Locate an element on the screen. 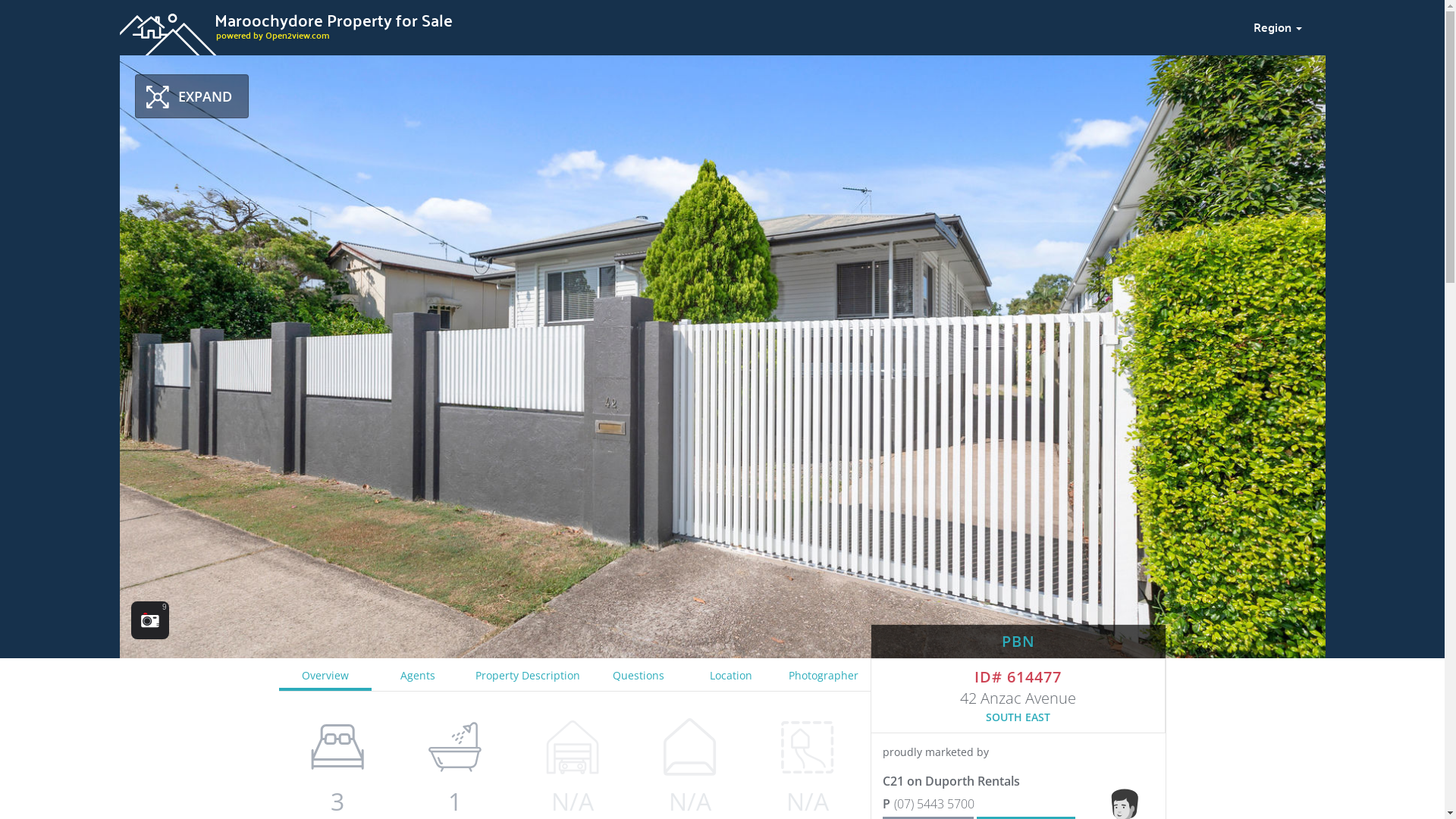 The image size is (1456, 819). 'Overview' is located at coordinates (324, 673).